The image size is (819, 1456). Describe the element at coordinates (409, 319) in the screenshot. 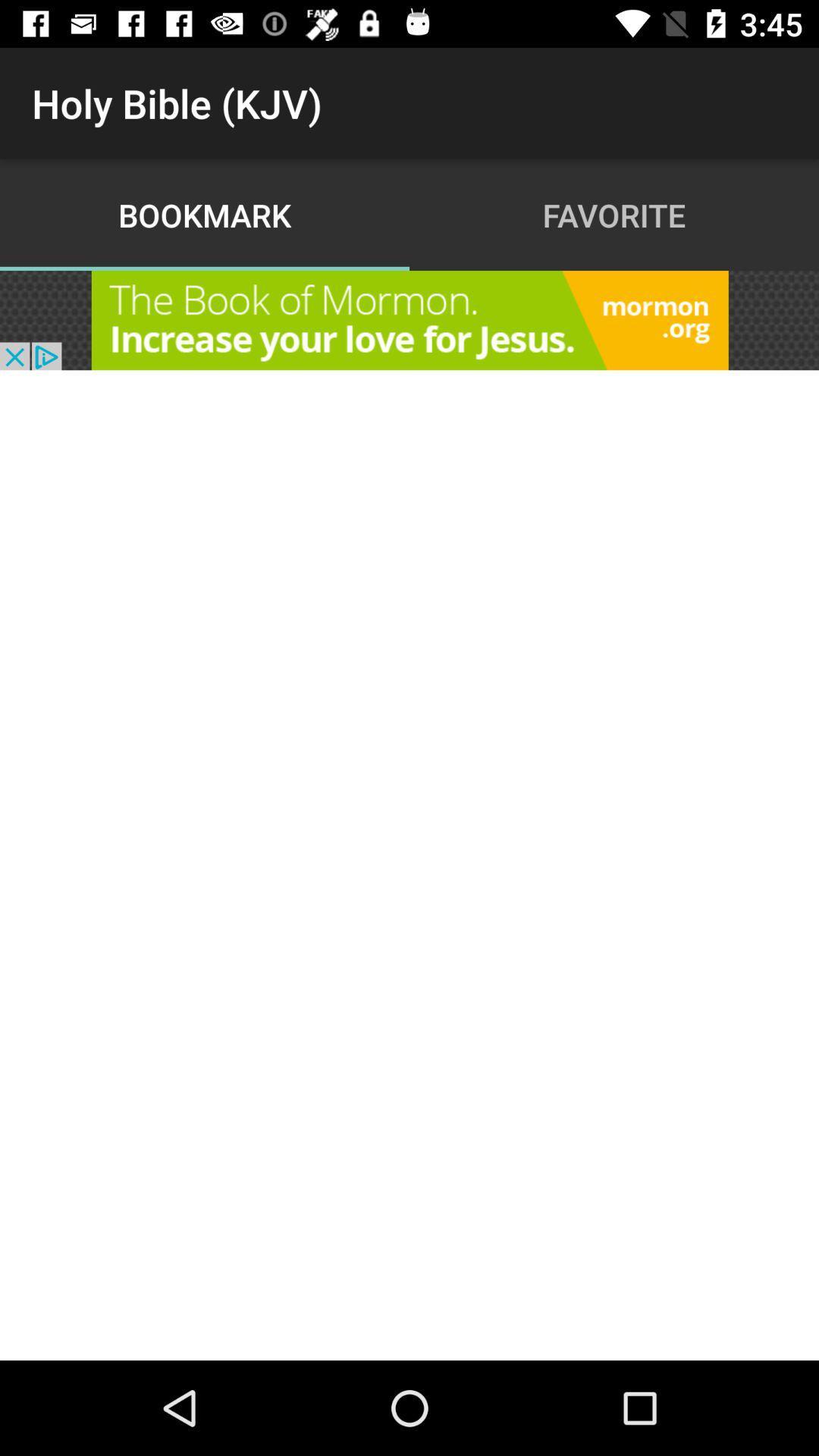

I see `adventisment page` at that location.